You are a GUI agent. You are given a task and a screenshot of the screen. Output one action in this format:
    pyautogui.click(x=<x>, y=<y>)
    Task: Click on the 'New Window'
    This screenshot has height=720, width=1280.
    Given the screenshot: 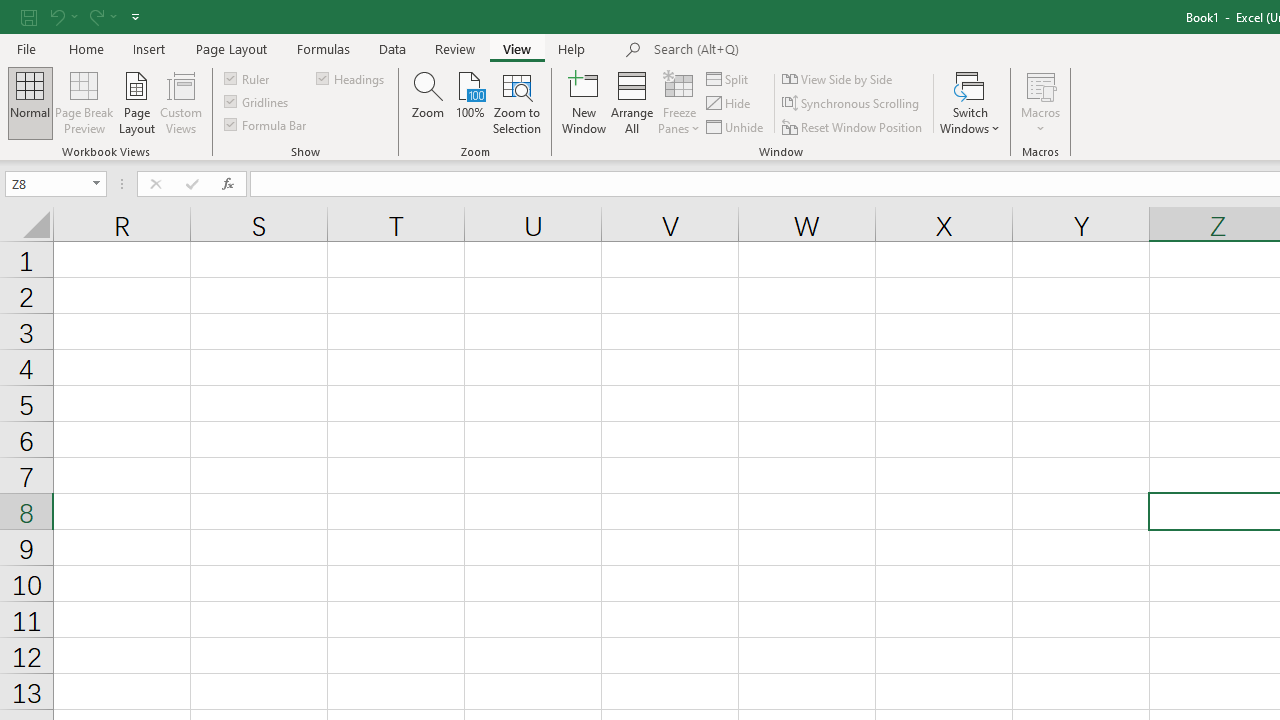 What is the action you would take?
    pyautogui.click(x=583, y=103)
    